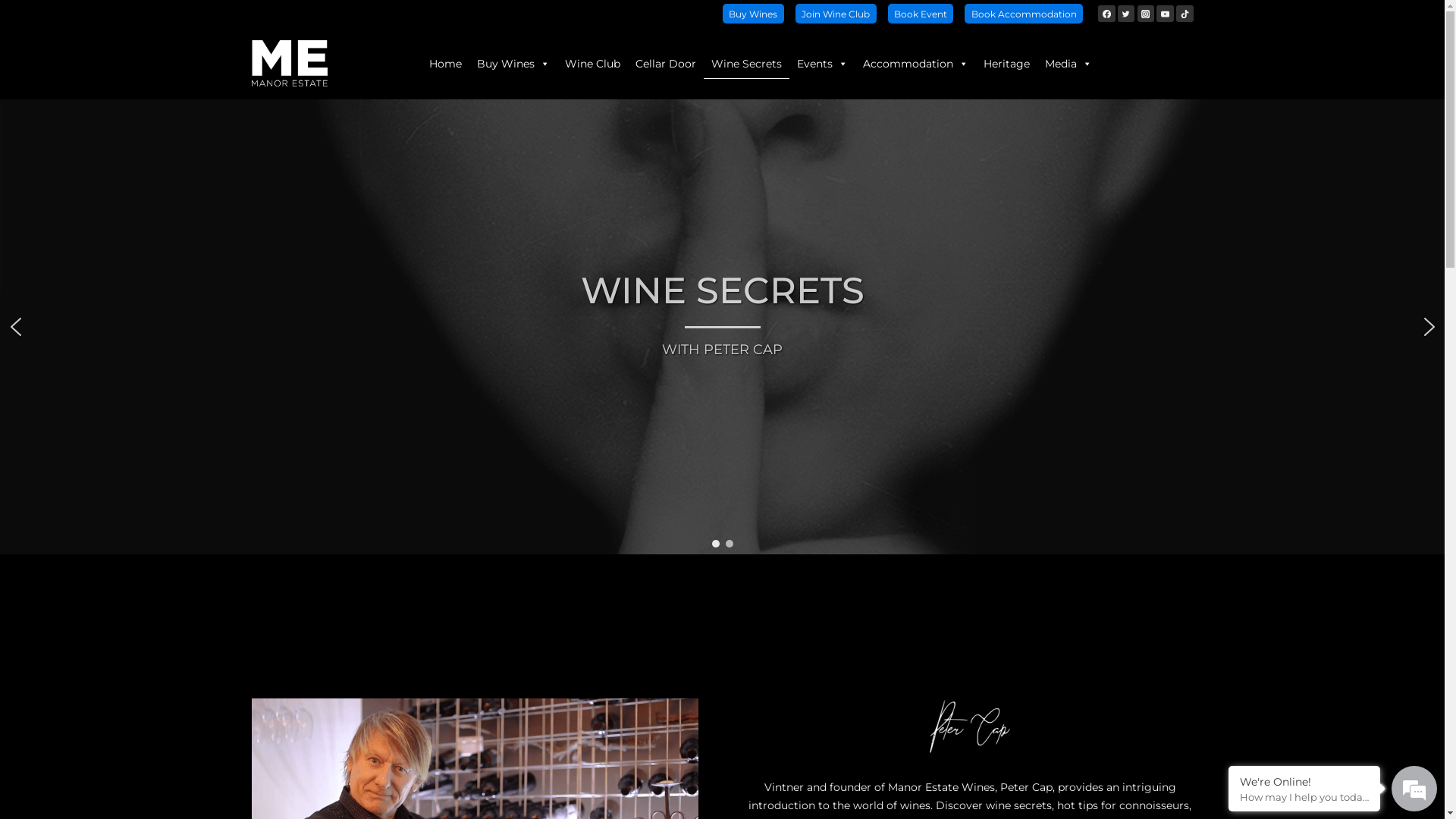  I want to click on 'Home', so click(444, 63).